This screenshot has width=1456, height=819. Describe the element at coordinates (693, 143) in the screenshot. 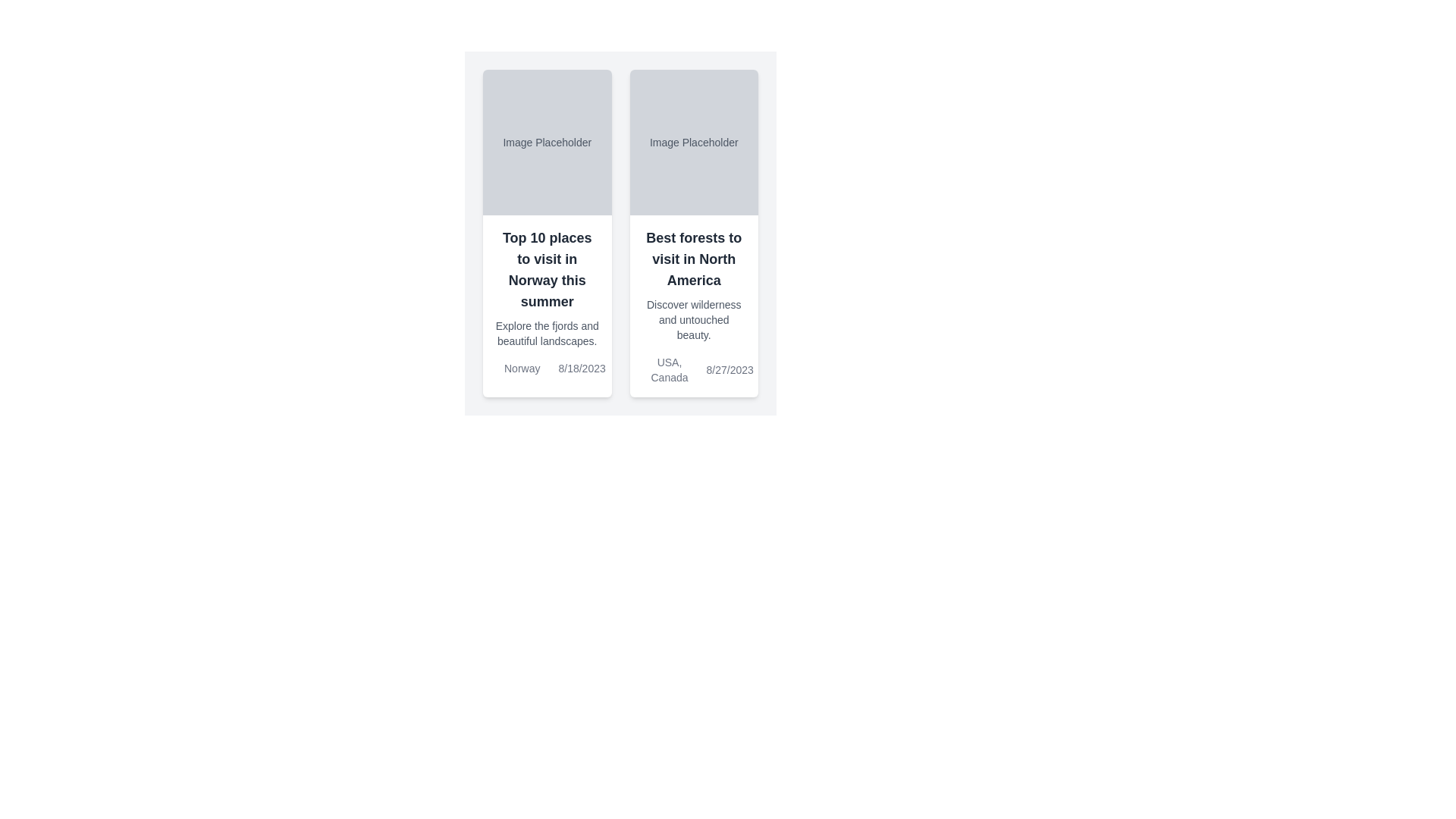

I see `the image placeholder located at the top of the card titled 'Best forests to visit in North America'` at that location.